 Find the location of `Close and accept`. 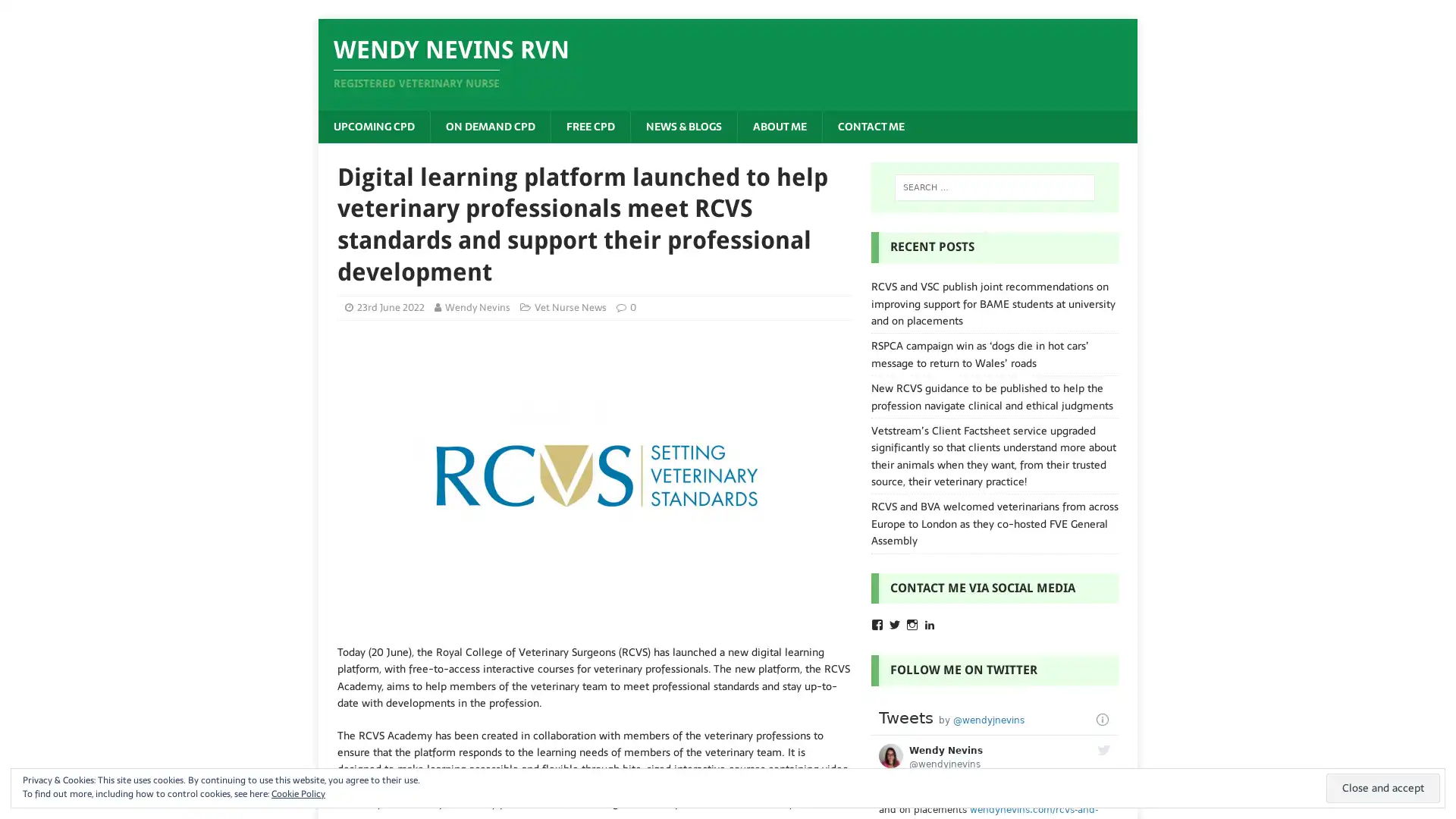

Close and accept is located at coordinates (1383, 787).